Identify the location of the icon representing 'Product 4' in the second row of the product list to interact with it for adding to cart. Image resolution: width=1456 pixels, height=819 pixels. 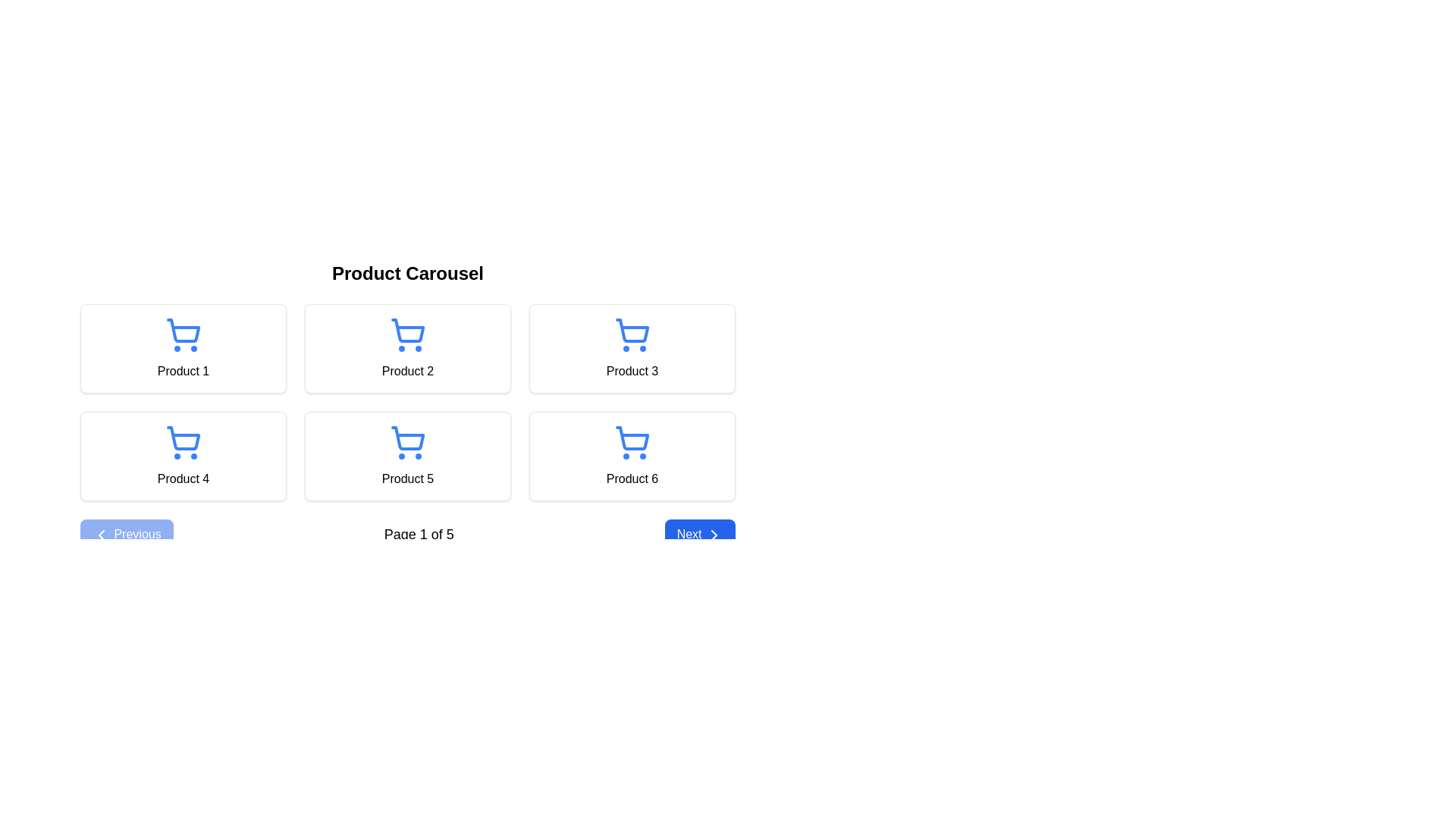
(182, 442).